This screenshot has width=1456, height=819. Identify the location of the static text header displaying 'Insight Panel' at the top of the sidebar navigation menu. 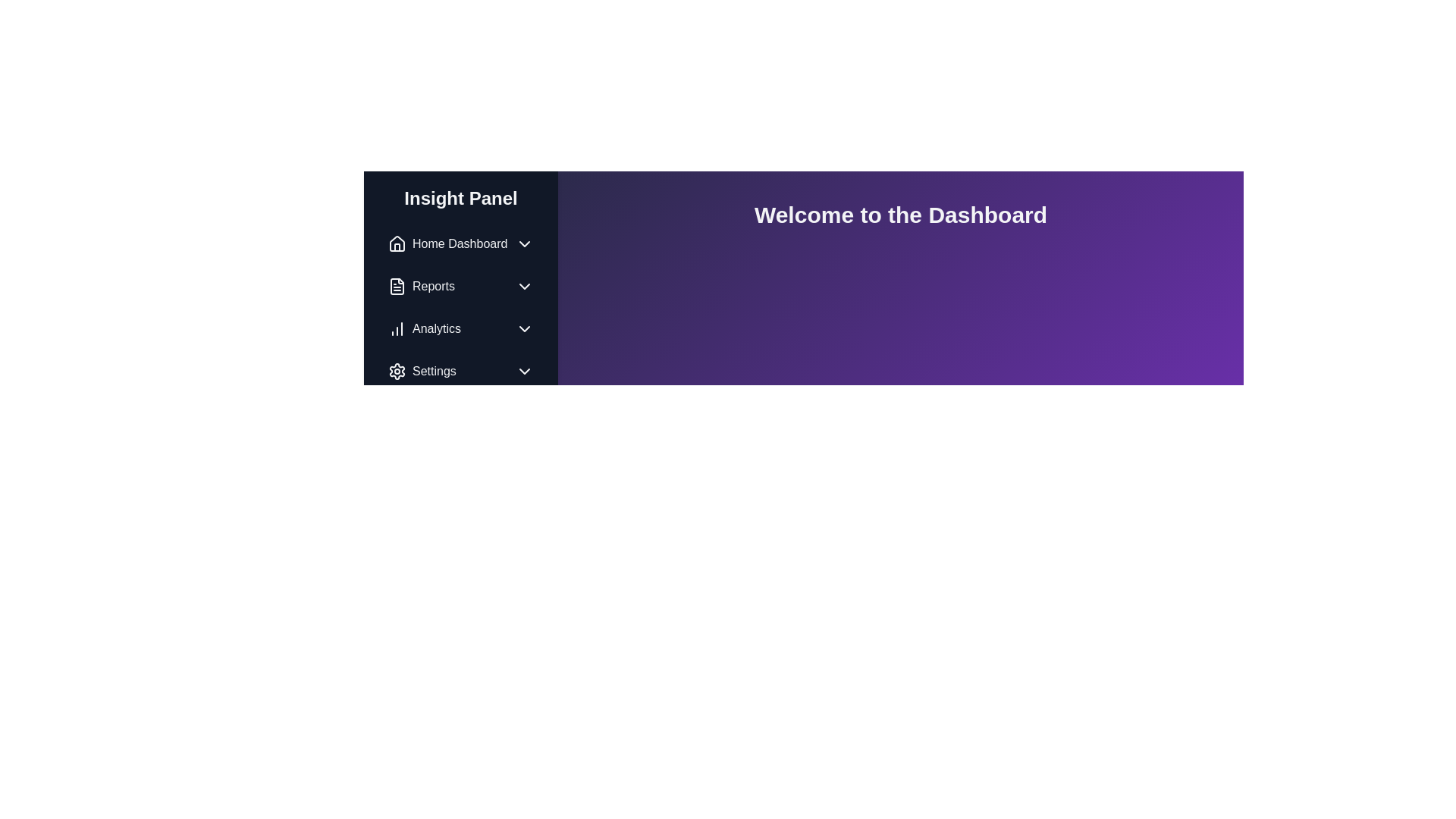
(460, 198).